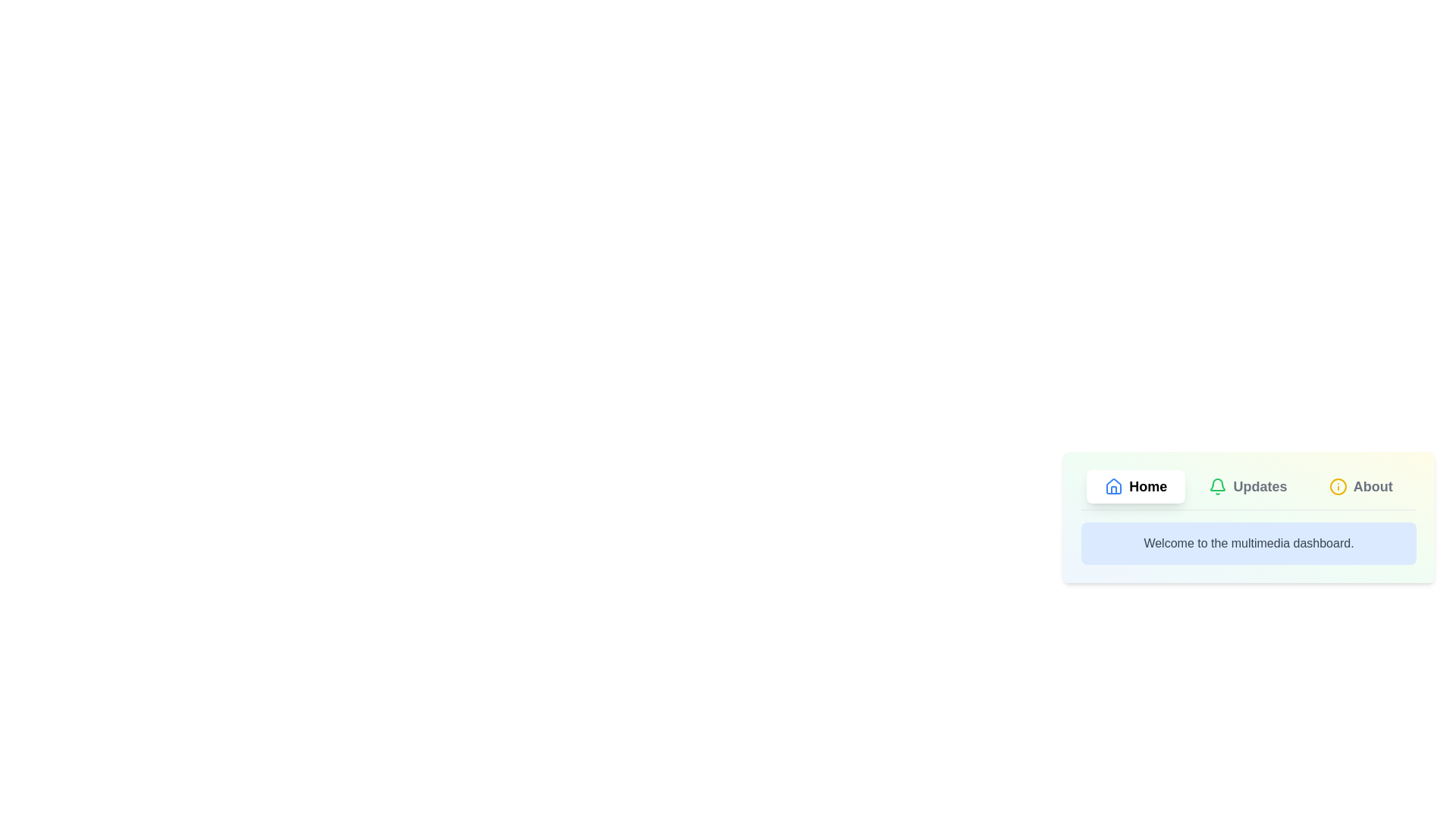 The width and height of the screenshot is (1456, 819). I want to click on the Home tab by clicking on it, so click(1136, 486).